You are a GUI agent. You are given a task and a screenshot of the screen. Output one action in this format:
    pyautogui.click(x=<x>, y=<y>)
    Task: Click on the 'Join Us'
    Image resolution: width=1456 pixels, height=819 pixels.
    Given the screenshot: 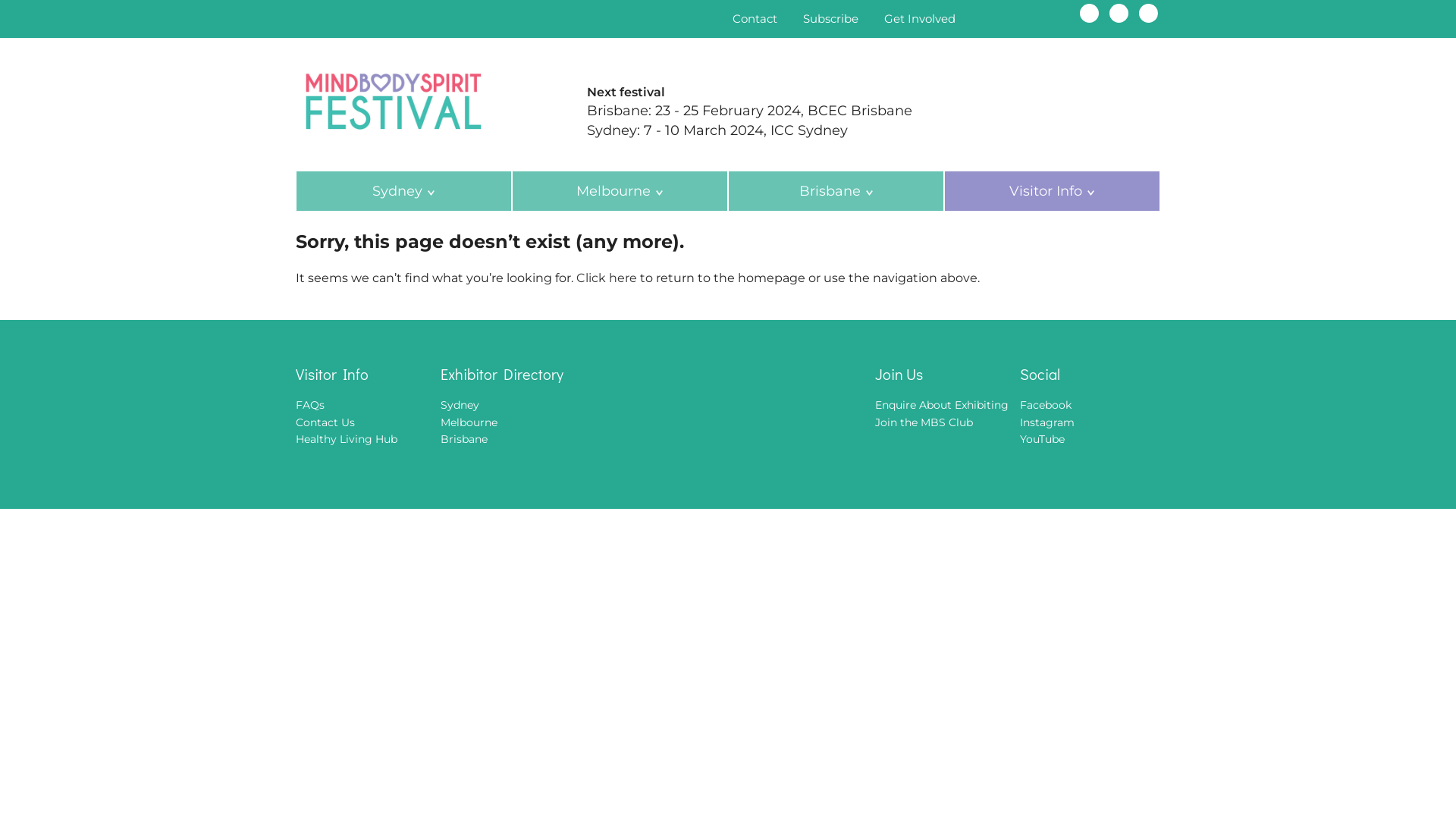 What is the action you would take?
    pyautogui.click(x=944, y=374)
    